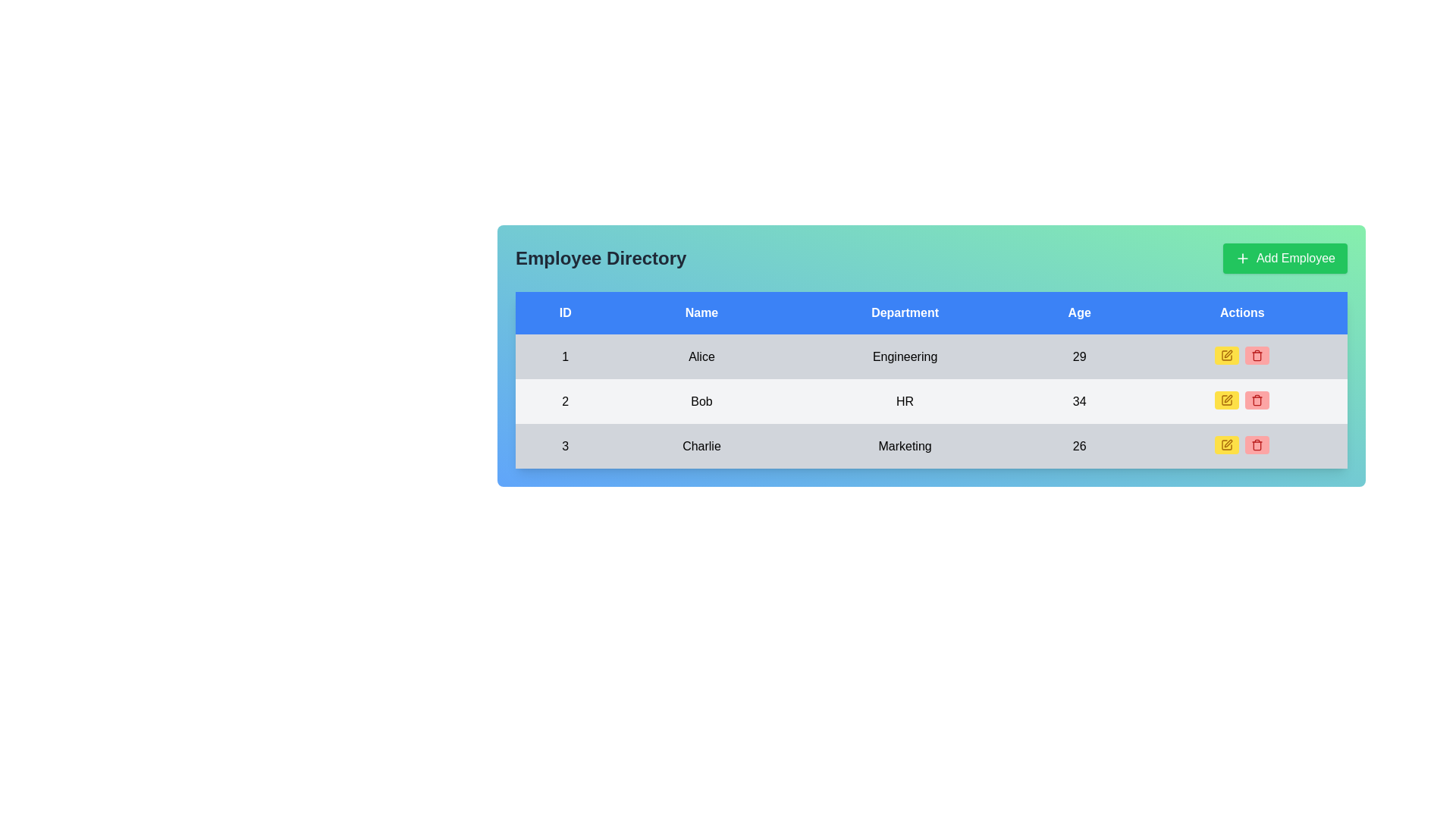  I want to click on the delete button in the 'Actions' column for the employee 'Bob' in the 'Employee Directory' table, so click(1257, 400).